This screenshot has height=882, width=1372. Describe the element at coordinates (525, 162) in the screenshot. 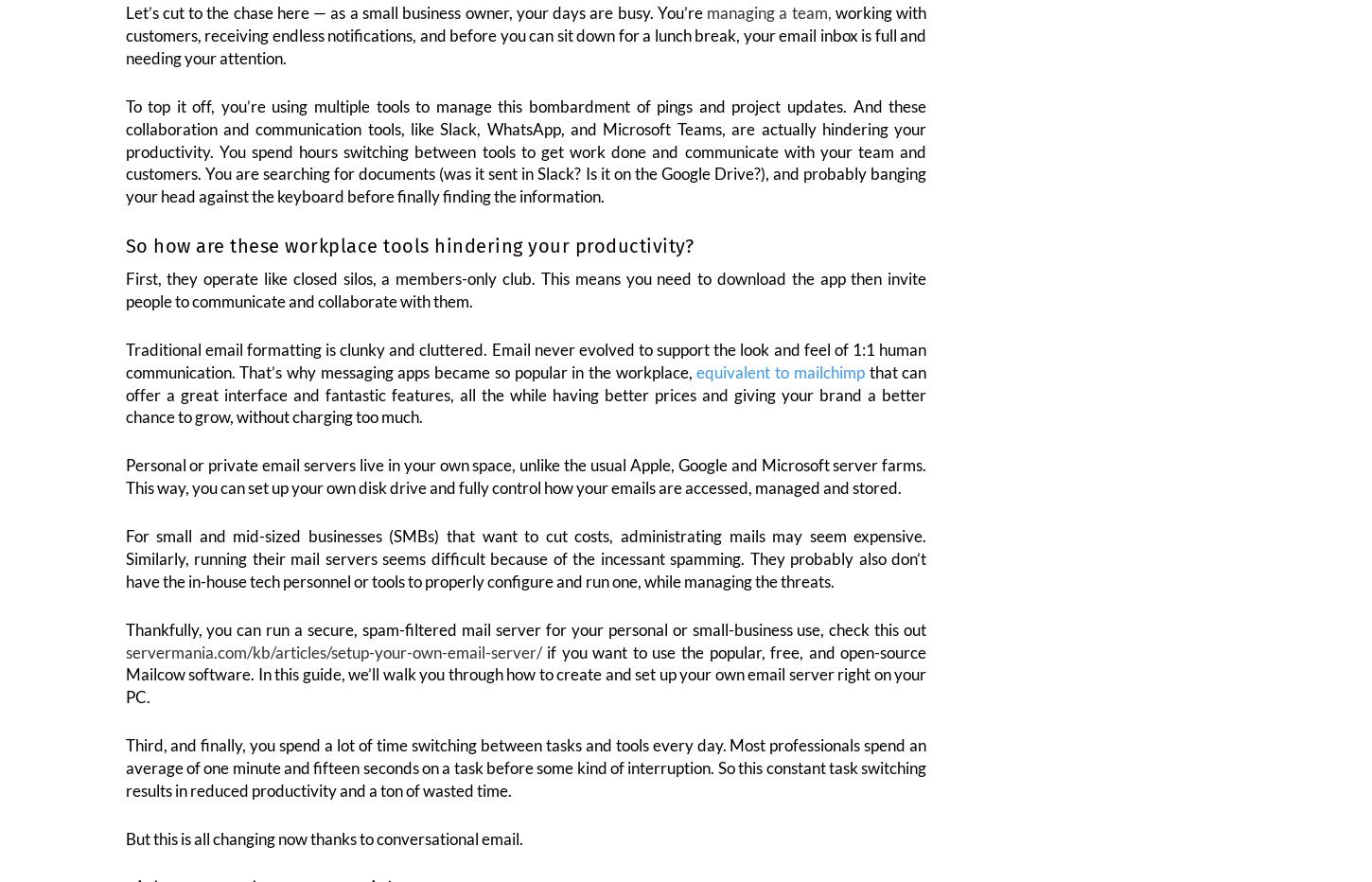

I see `'To top it off, you’re using multiple tools to manage this bombardment of pings and project updates. And these collaboration and communication tools, like Slack, WhatsApp, and Microsoft Teams, are actually hindering your productivity. You spend hours switching between tools to get work done and communicate with your team and customers. You are searching for documents (was it sent in Slack? Is it on the Google Drive?), and probably banging your head against the keyboard before finally finding the information.'` at that location.